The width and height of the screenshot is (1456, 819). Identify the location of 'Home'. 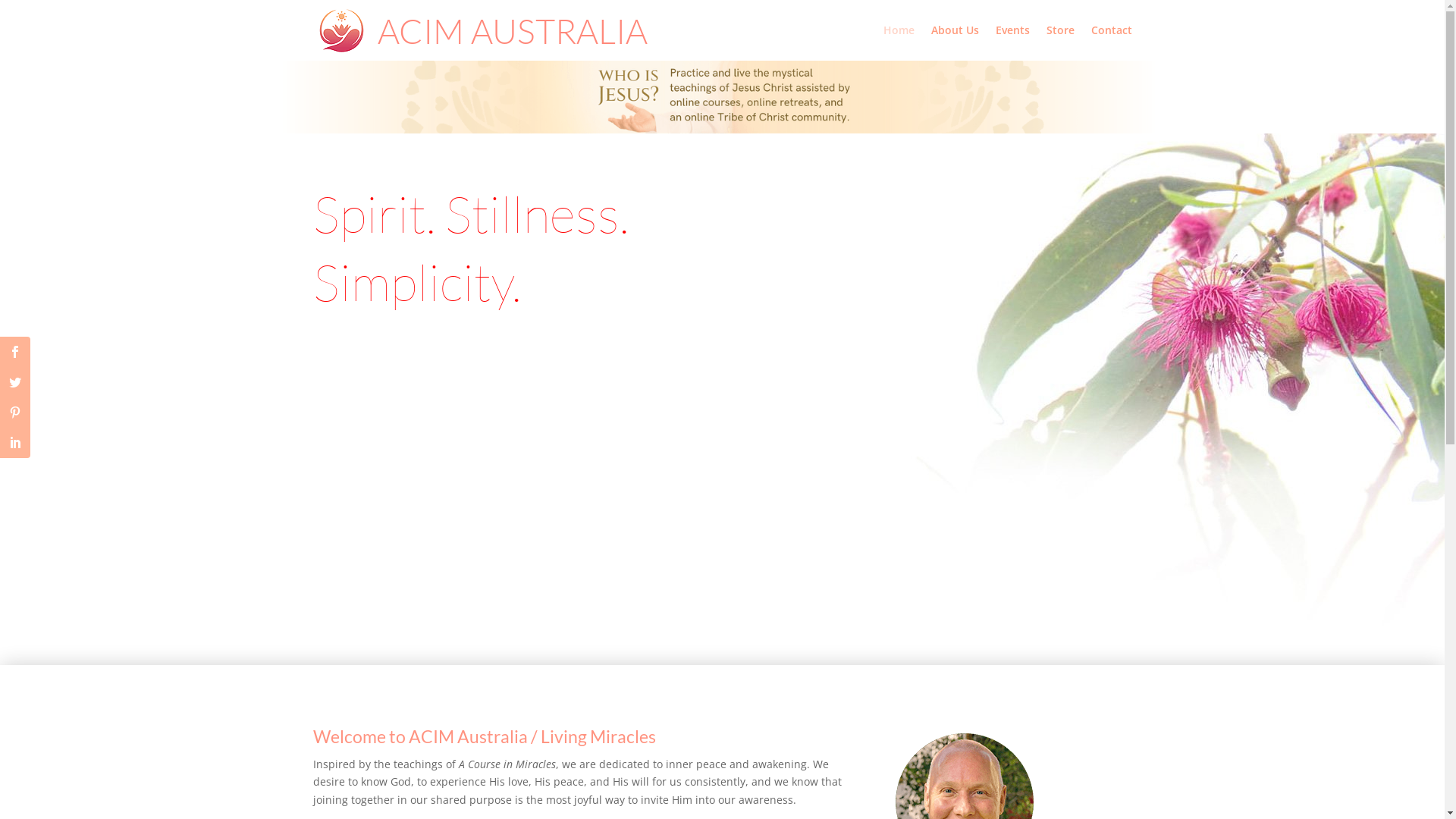
(898, 42).